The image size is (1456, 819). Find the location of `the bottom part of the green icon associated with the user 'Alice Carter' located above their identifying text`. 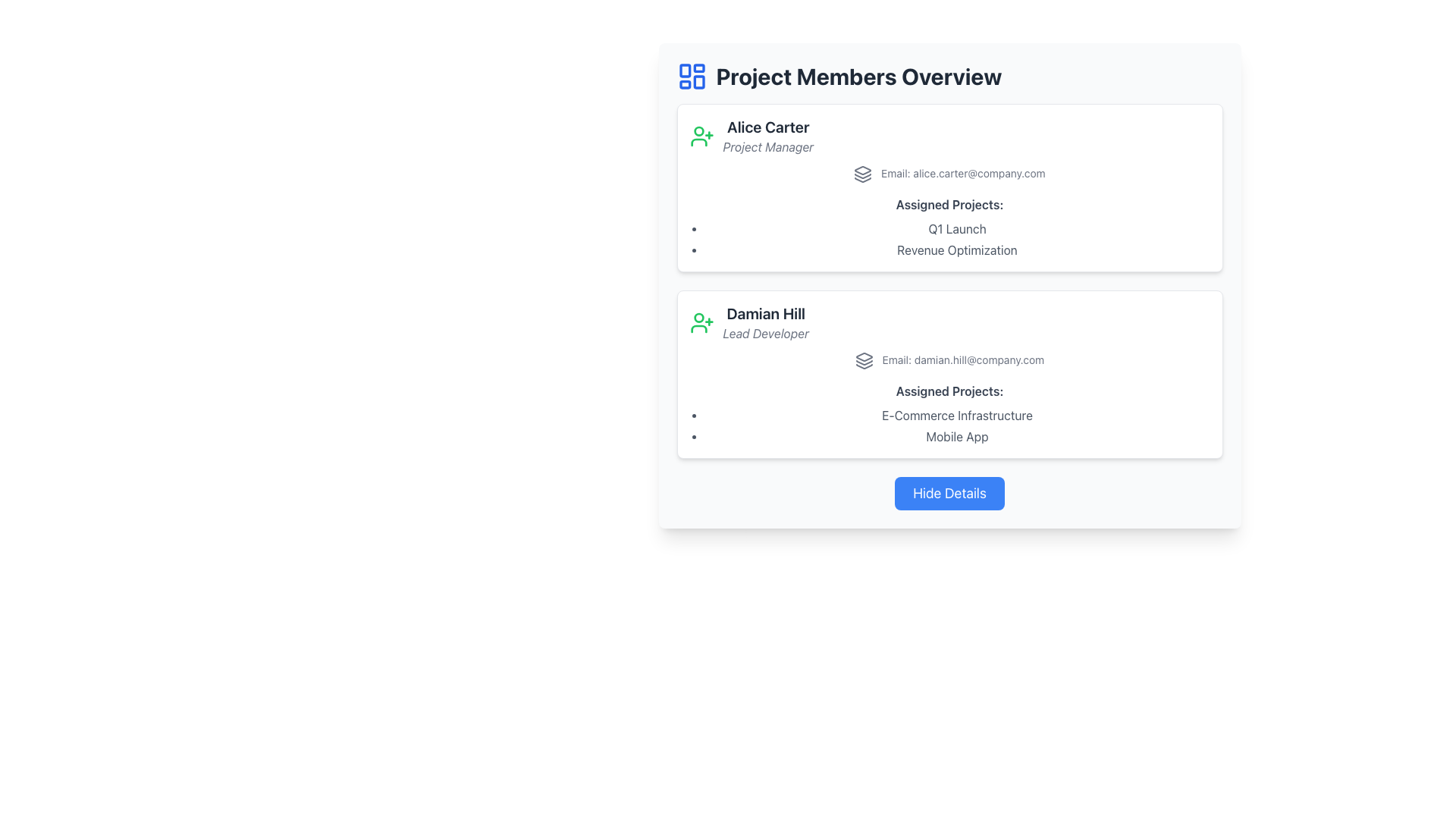

the bottom part of the green icon associated with the user 'Alice Carter' located above their identifying text is located at coordinates (698, 143).